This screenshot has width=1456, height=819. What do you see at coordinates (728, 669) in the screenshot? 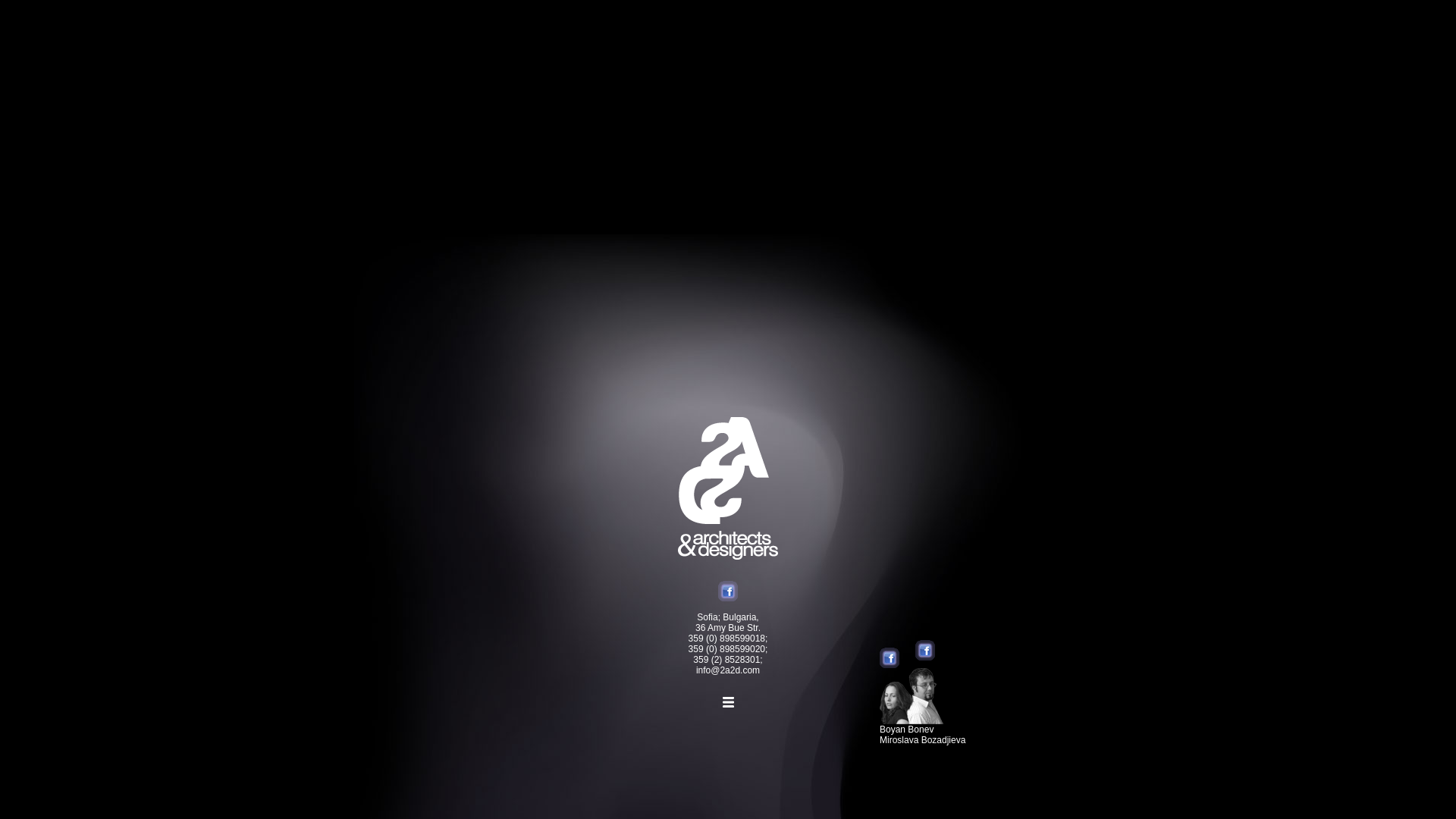
I see `'info@2a2d.com'` at bounding box center [728, 669].